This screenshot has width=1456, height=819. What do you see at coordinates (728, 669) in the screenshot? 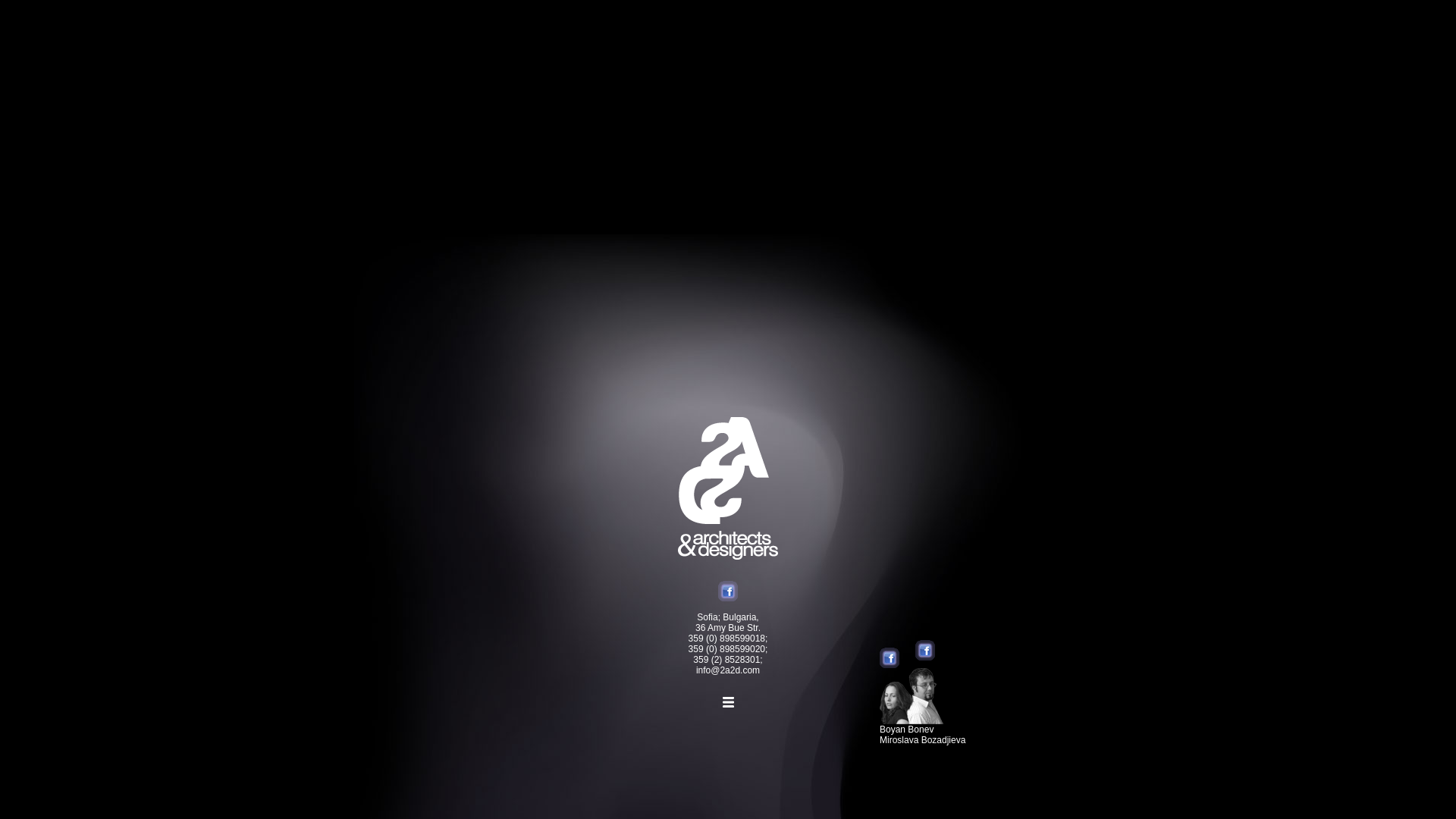
I see `'info@2a2d.com'` at bounding box center [728, 669].